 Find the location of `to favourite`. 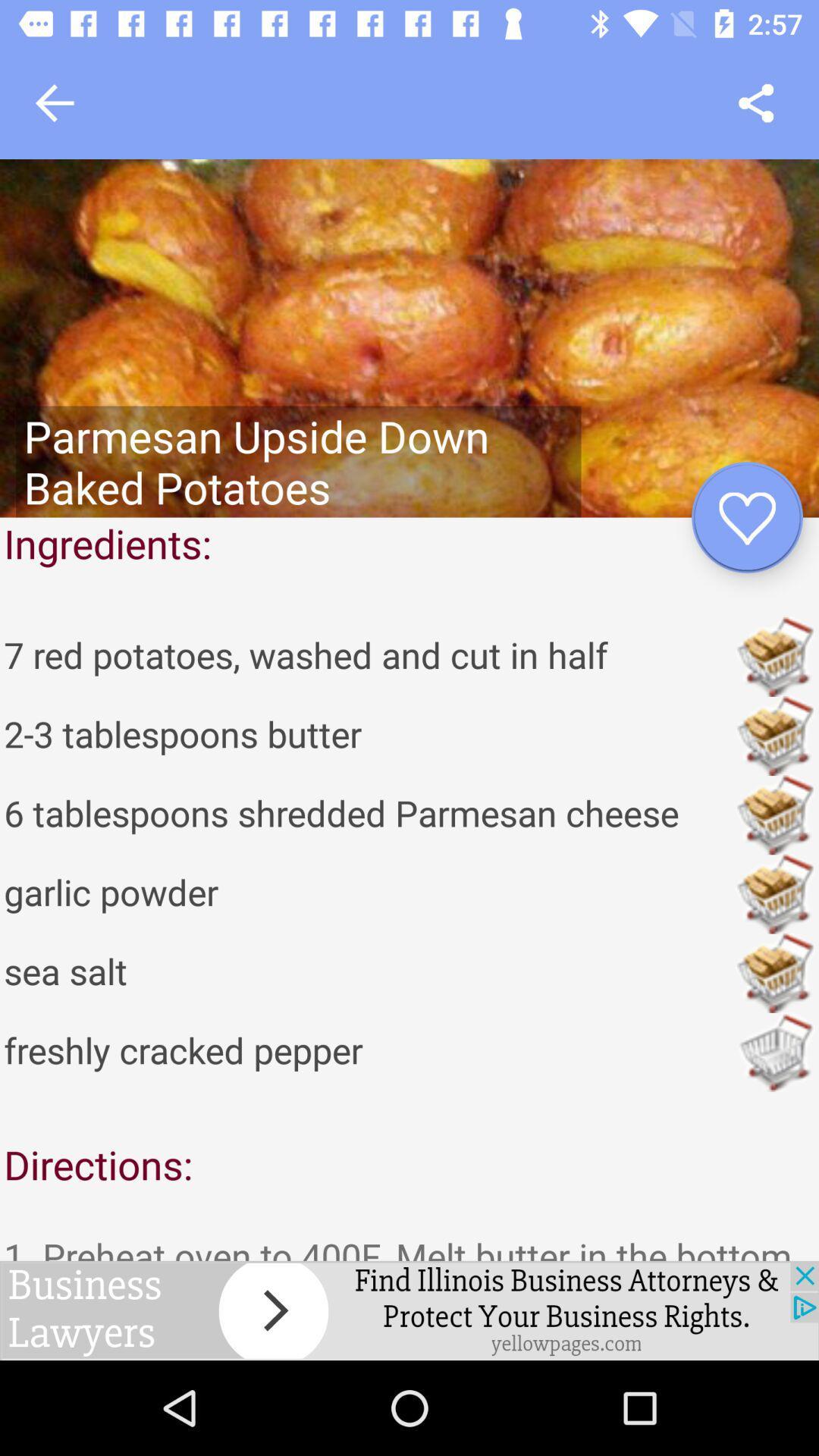

to favourite is located at coordinates (746, 517).